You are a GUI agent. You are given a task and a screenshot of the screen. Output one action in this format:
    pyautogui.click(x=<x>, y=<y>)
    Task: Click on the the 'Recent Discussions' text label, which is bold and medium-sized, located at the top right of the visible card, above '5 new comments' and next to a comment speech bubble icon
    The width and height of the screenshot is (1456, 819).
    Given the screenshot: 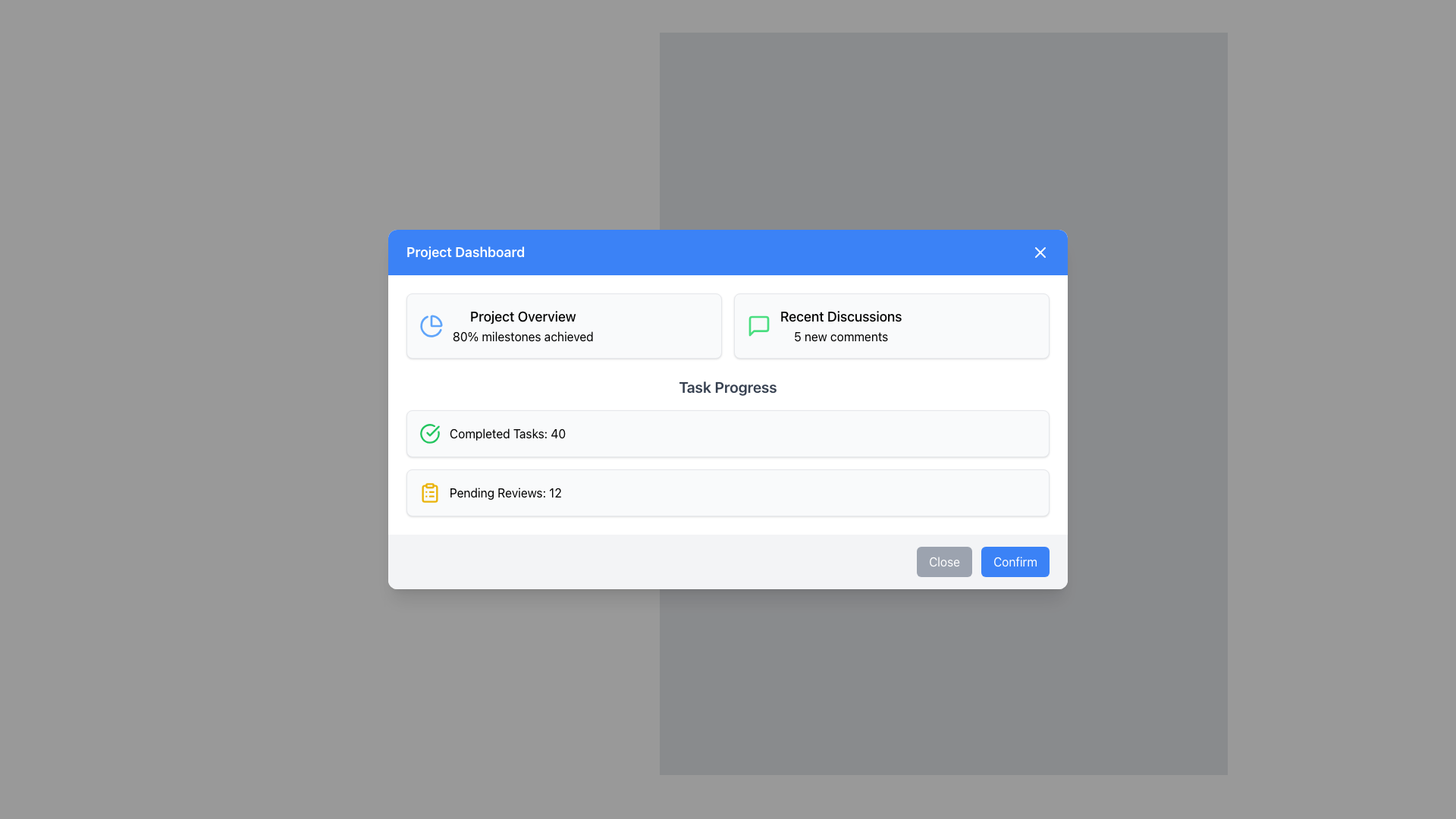 What is the action you would take?
    pyautogui.click(x=840, y=315)
    